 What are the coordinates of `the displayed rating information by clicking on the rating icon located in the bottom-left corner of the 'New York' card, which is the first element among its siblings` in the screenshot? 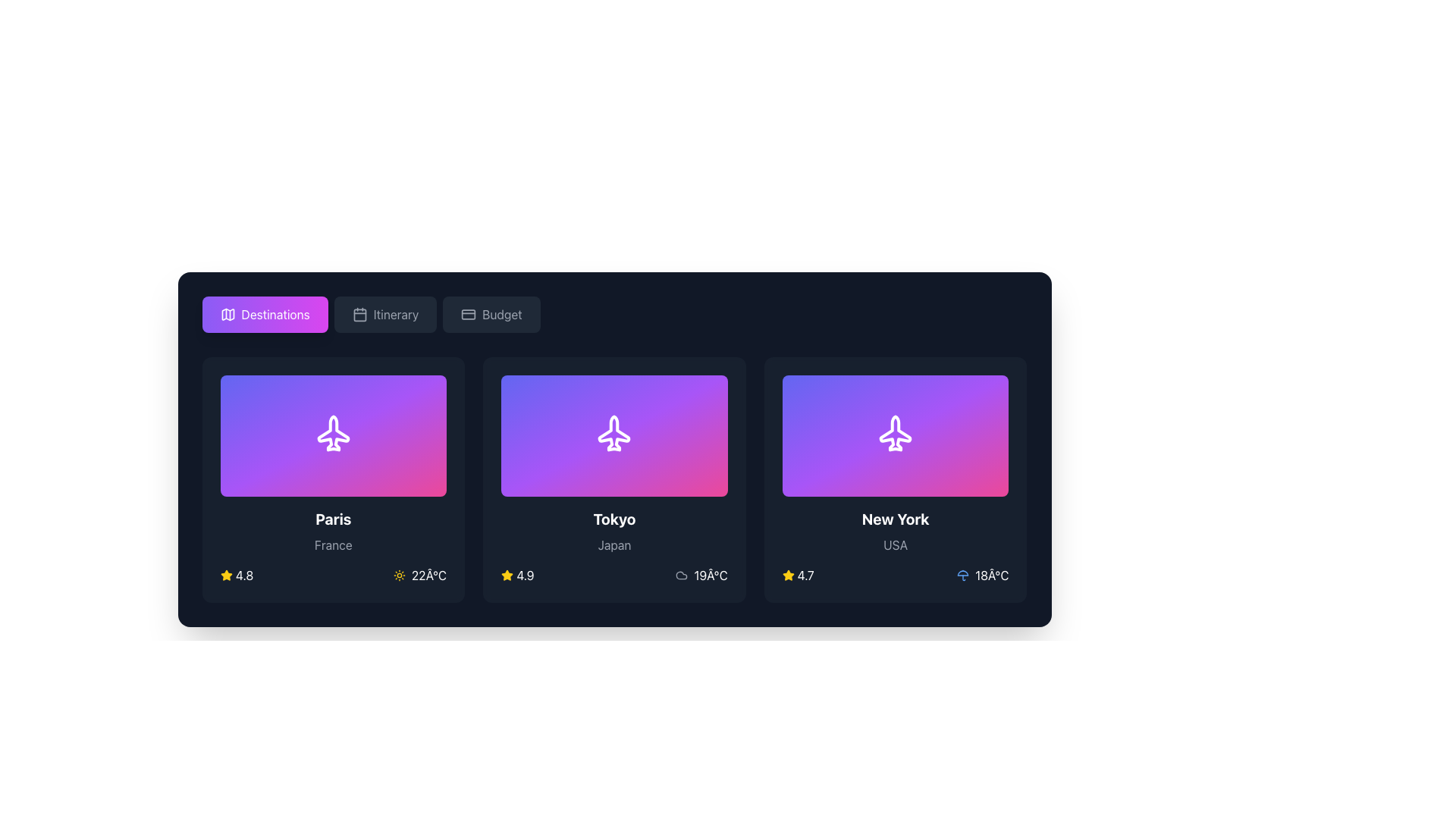 It's located at (797, 576).